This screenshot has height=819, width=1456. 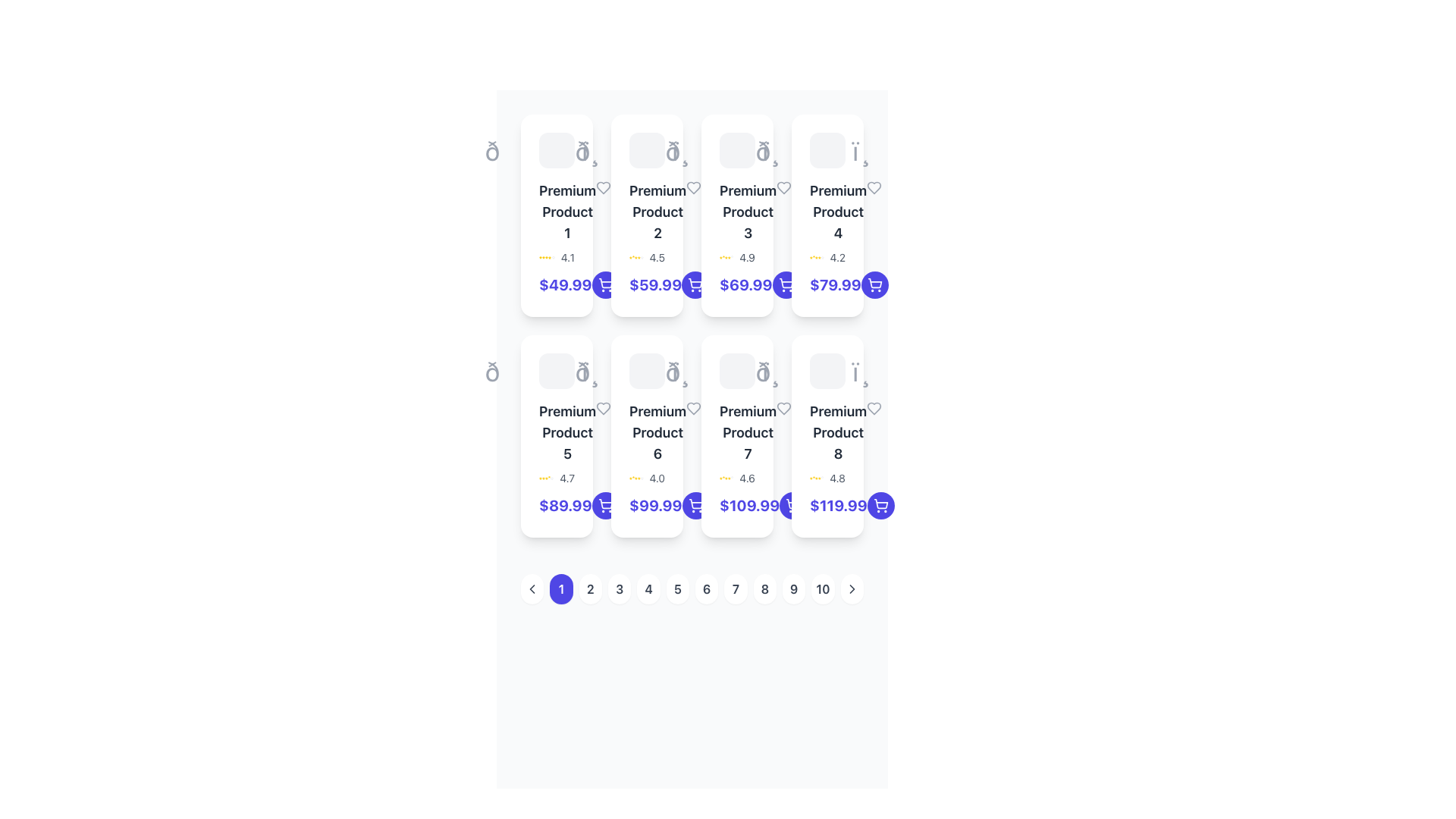 I want to click on the rating display widget for 'Premium Product 8', so click(x=827, y=479).